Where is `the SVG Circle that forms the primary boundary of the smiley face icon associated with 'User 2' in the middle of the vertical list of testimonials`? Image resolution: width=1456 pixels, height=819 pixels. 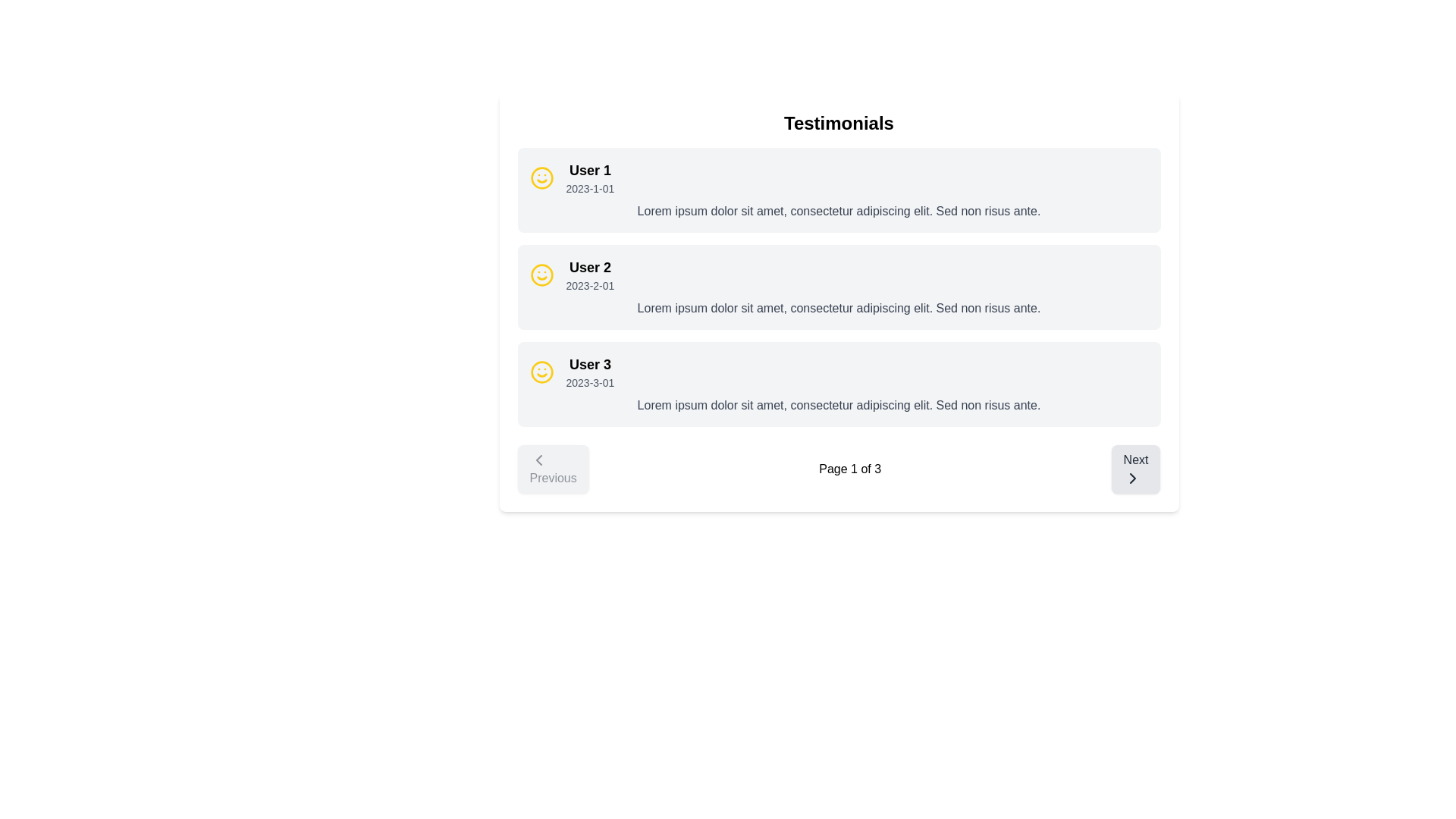 the SVG Circle that forms the primary boundary of the smiley face icon associated with 'User 2' in the middle of the vertical list of testimonials is located at coordinates (541, 275).